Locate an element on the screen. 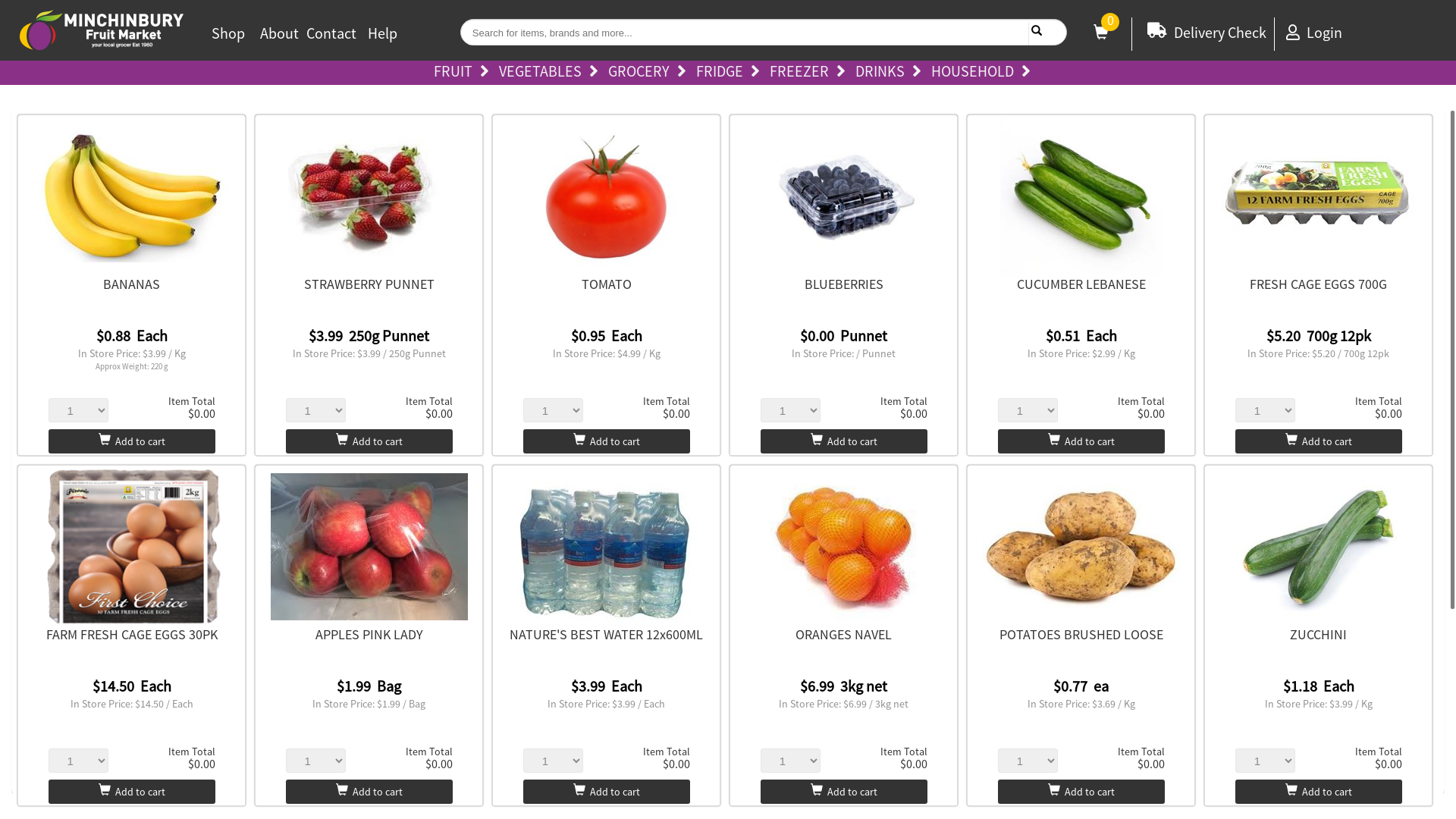  'Show details for ORANGES NAVEL' is located at coordinates (843, 547).